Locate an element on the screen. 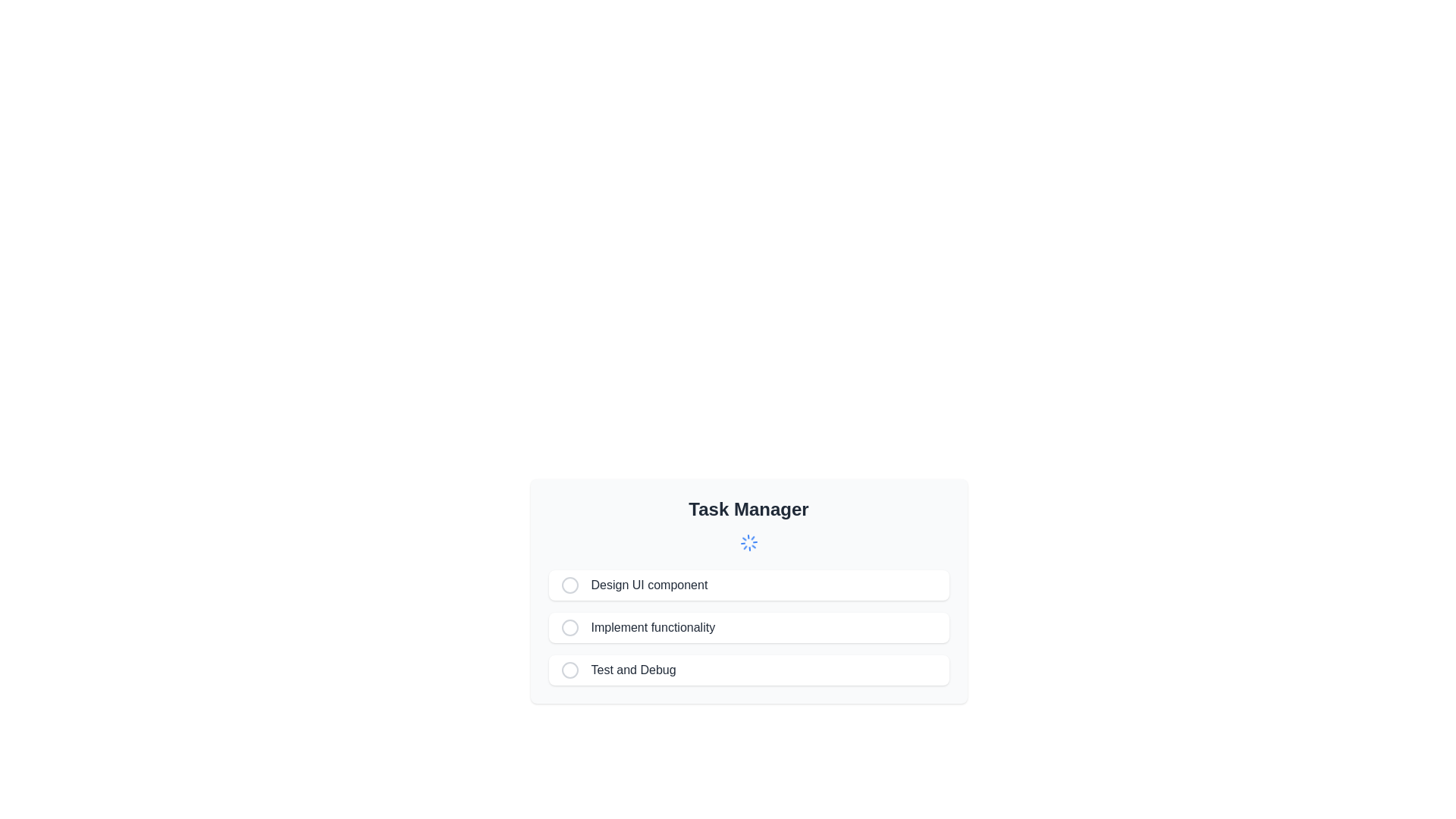  the circular indicator representing an unfilled checkbox is located at coordinates (569, 628).